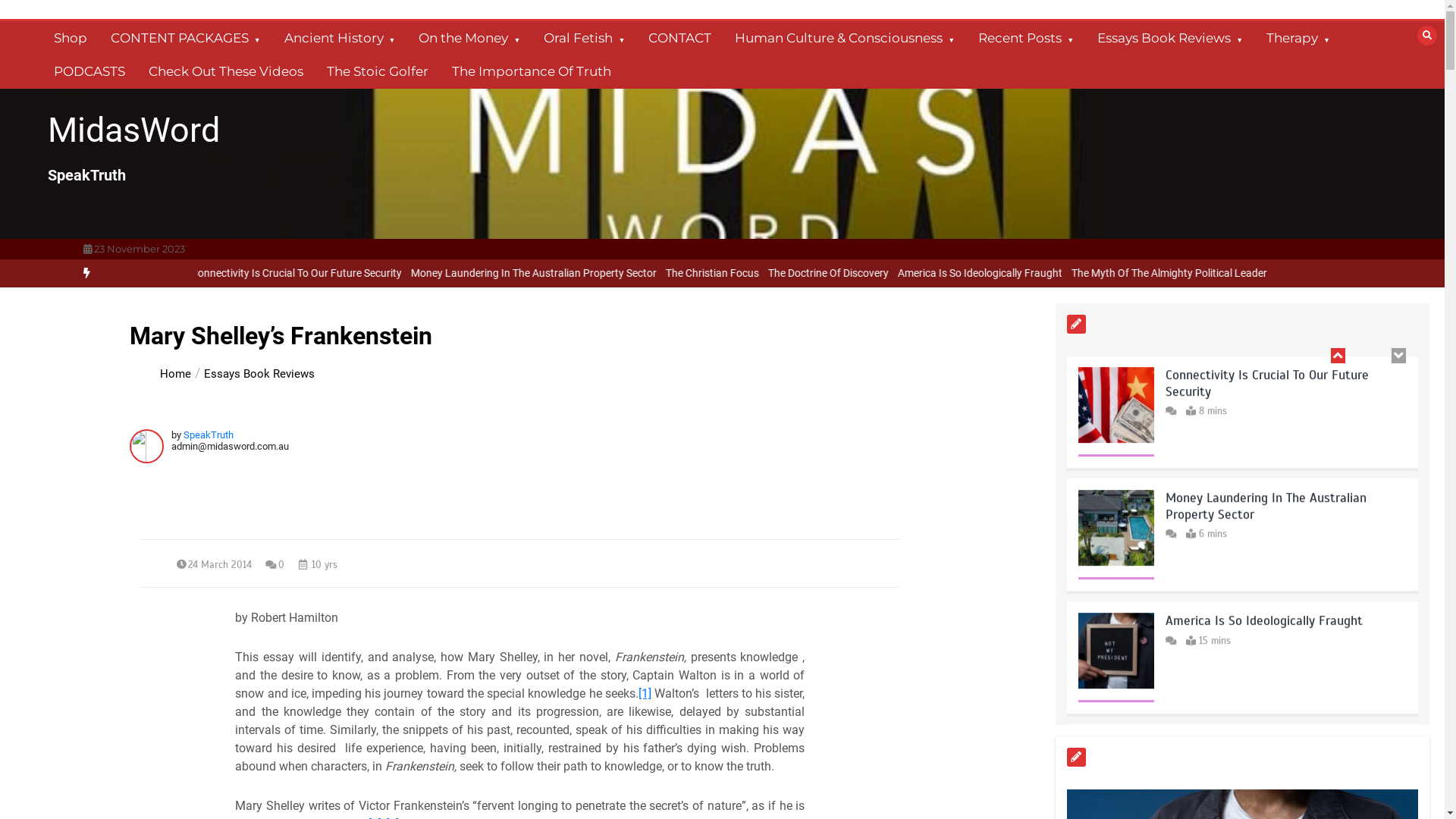  What do you see at coordinates (843, 37) in the screenshot?
I see `'Human Culture & Consciousness'` at bounding box center [843, 37].